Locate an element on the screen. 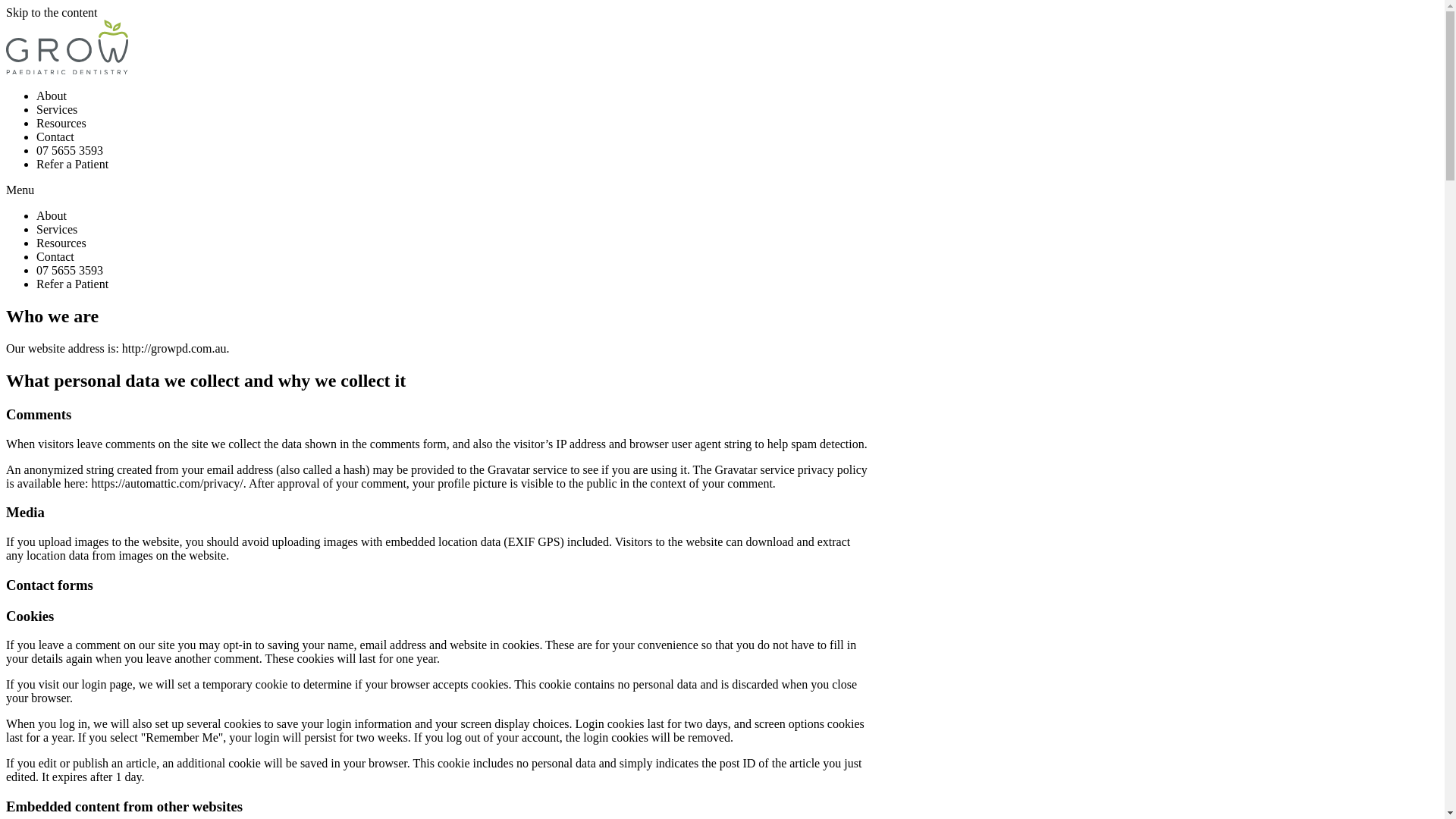 This screenshot has width=1456, height=819. 'Resources' is located at coordinates (61, 122).